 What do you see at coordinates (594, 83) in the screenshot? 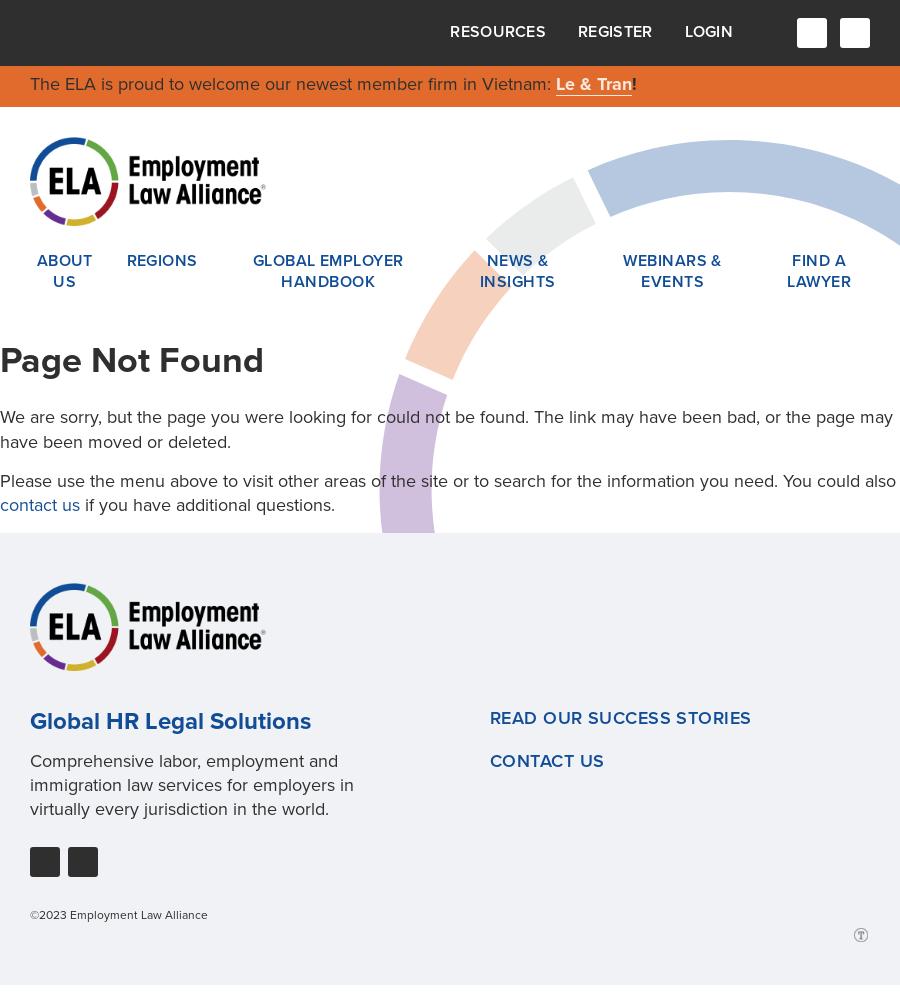
I see `'Le & Tran'` at bounding box center [594, 83].